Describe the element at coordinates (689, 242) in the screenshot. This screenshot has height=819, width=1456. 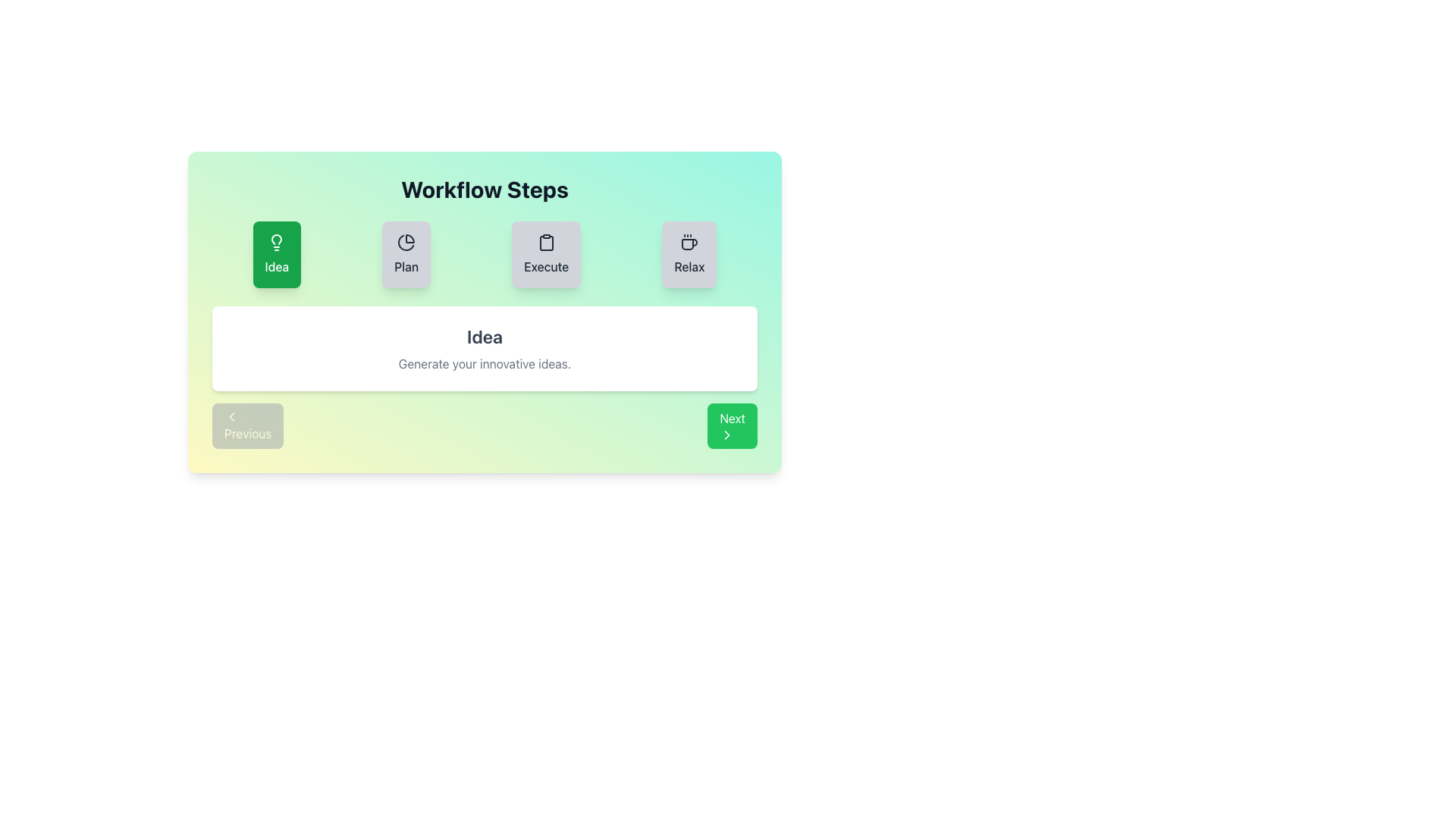
I see `the coffee cup icon with steam, located above the 'Relax' text in the workflow steps interface` at that location.